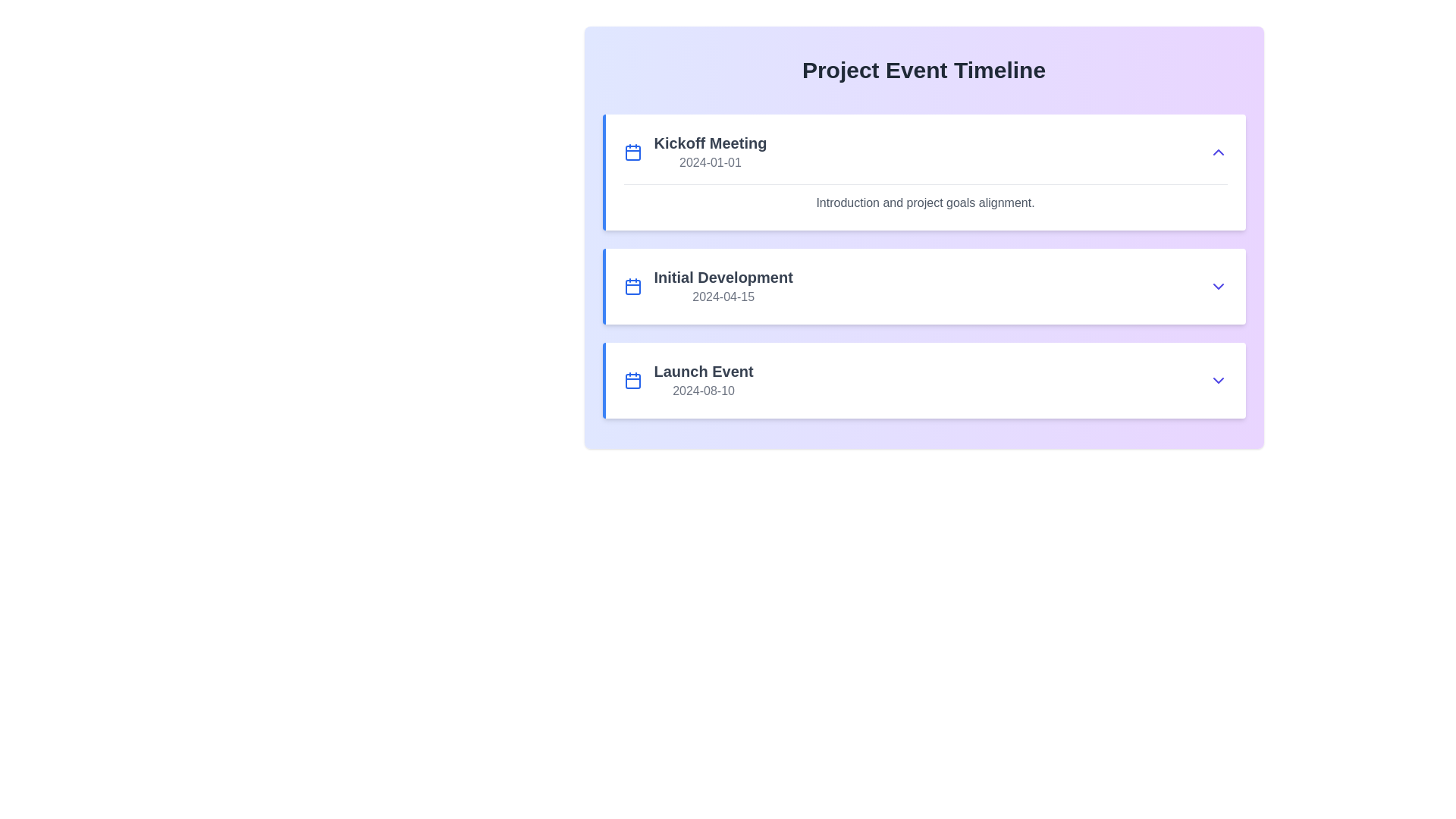 Image resolution: width=1456 pixels, height=819 pixels. Describe the element at coordinates (709, 163) in the screenshot. I see `date information from the Text label located below the 'Kickoff Meeting' title in the first section of the event timeline` at that location.